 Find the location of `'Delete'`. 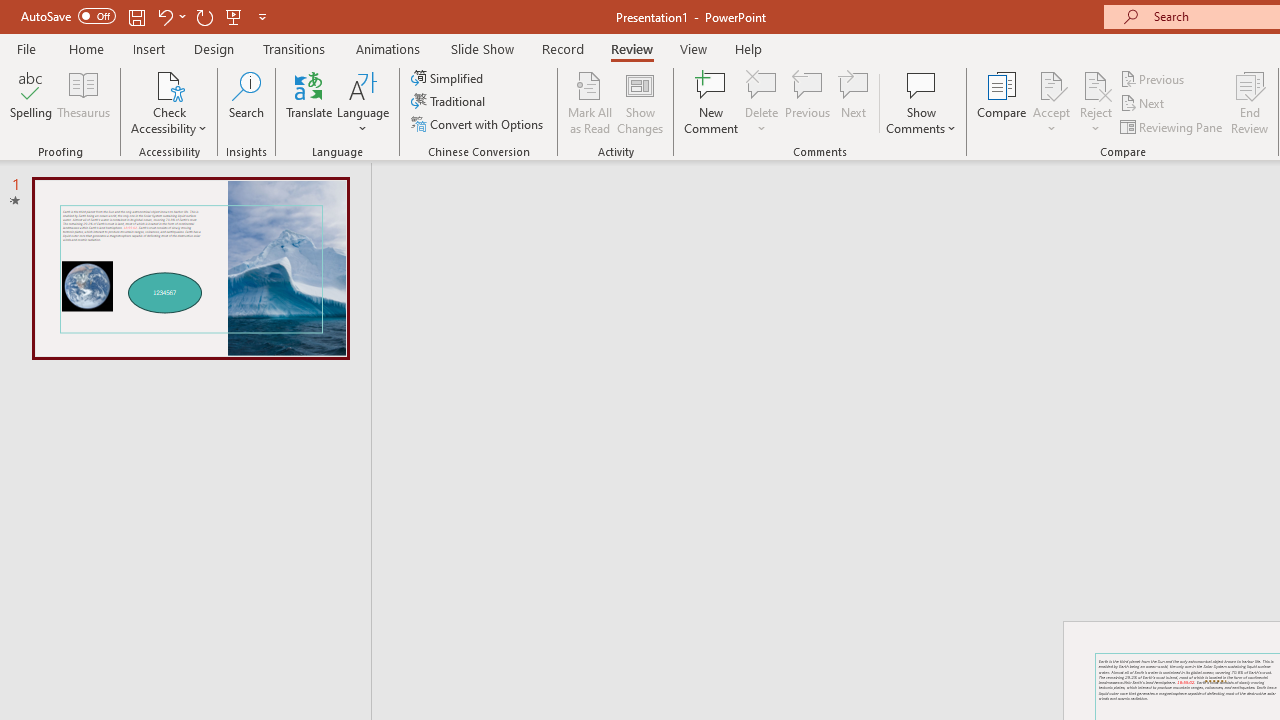

'Delete' is located at coordinates (761, 103).